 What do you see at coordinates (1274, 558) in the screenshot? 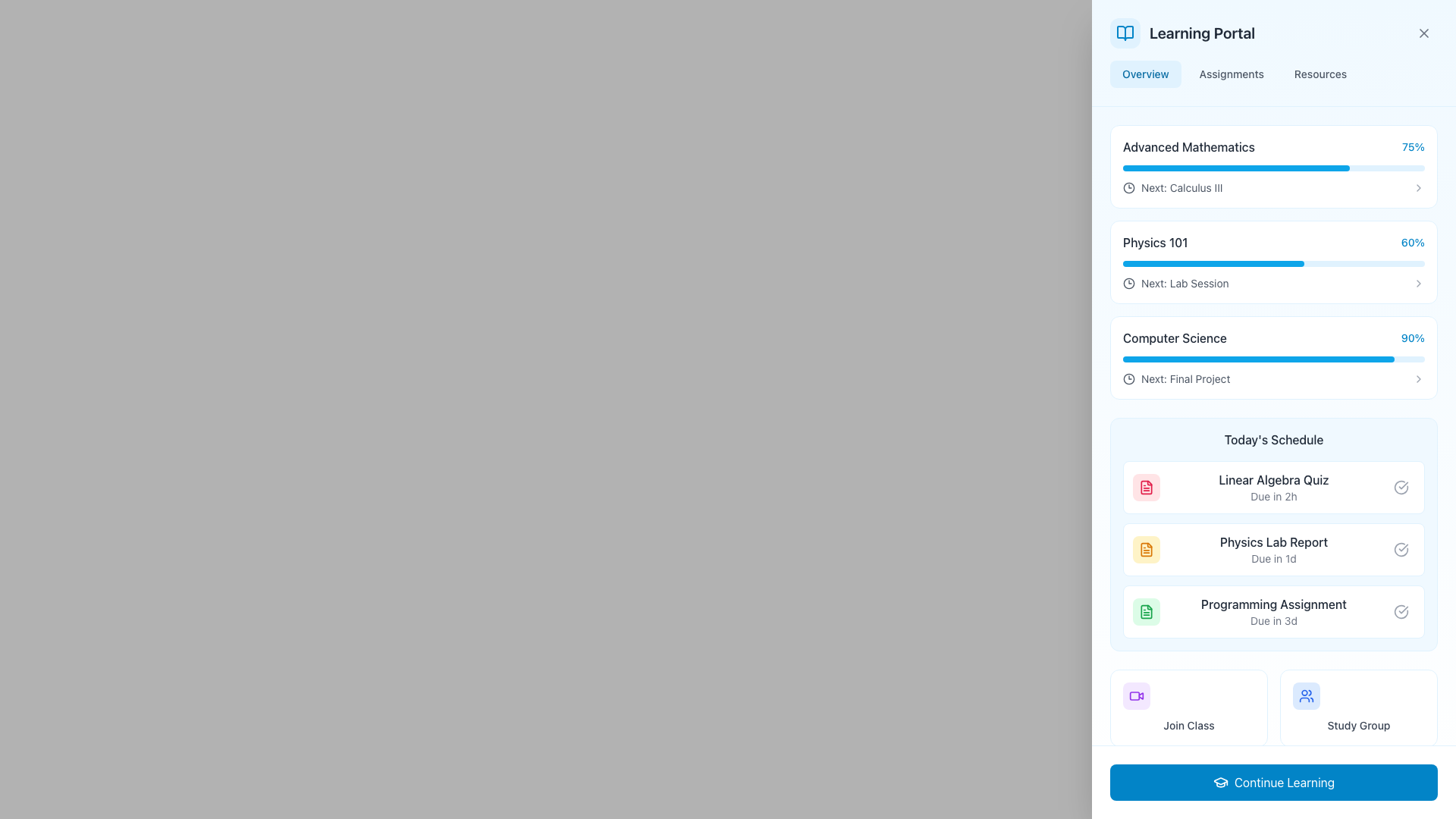
I see `the text element displaying 'Due in 1d', which is located below the title 'Physics Lab Report' in the 'Today's Schedule' section` at bounding box center [1274, 558].